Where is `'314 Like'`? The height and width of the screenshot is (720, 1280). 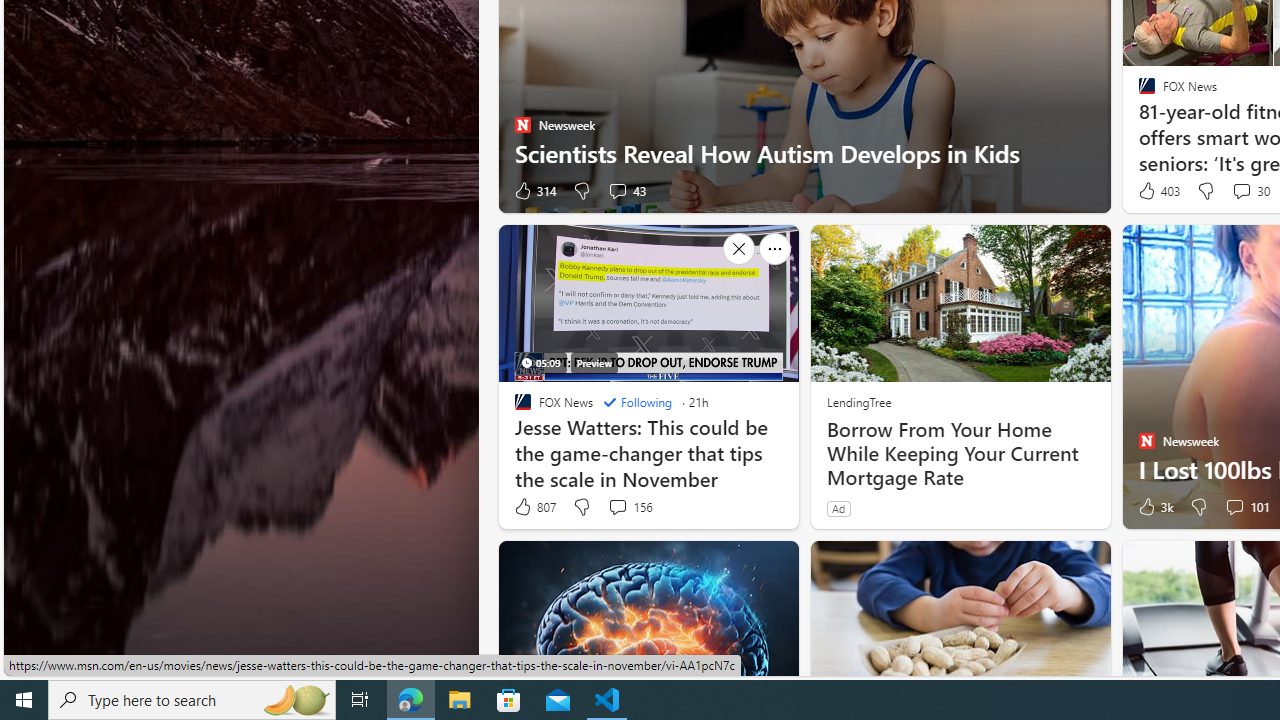
'314 Like' is located at coordinates (534, 191).